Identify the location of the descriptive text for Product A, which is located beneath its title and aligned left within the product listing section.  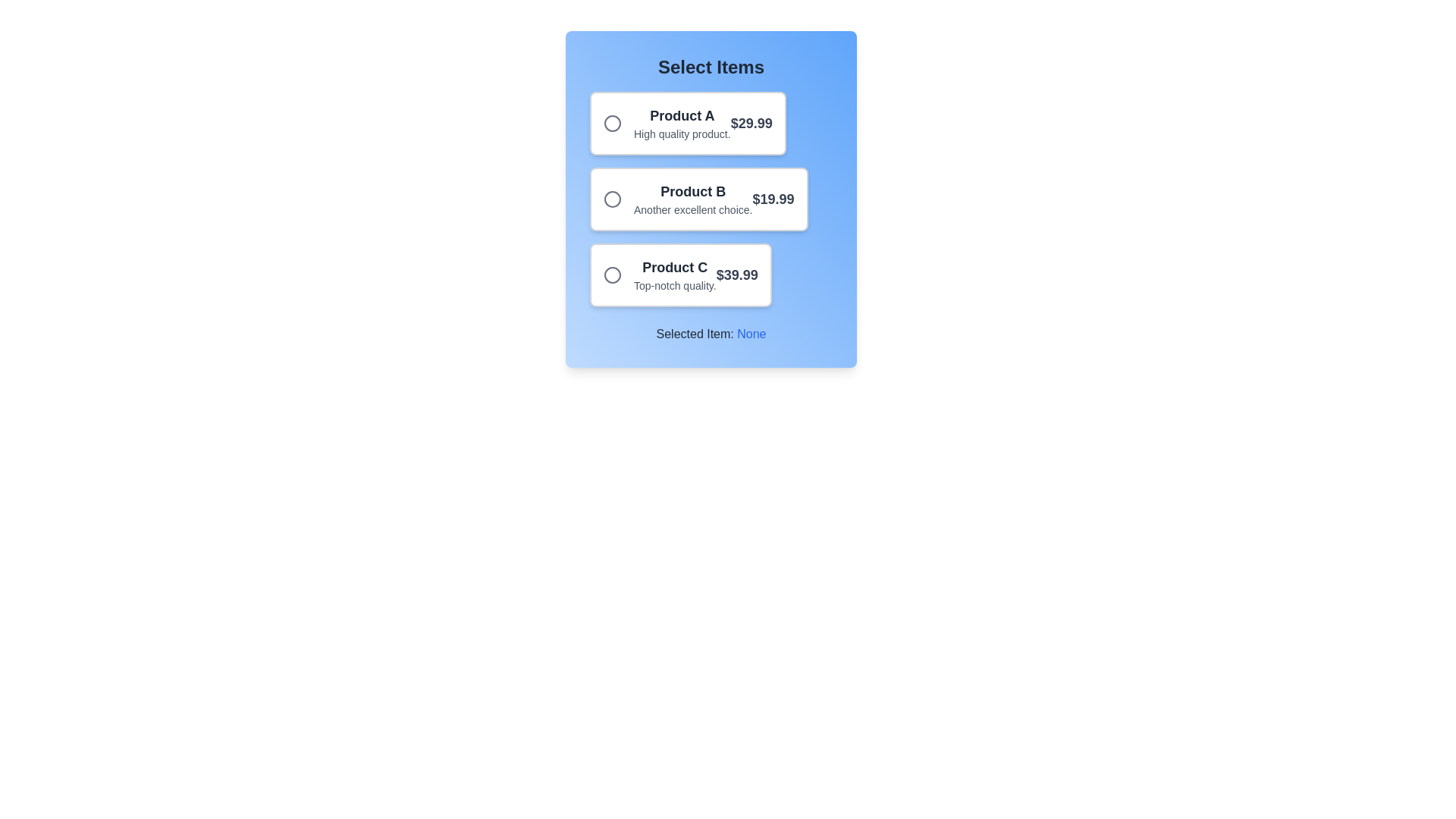
(681, 133).